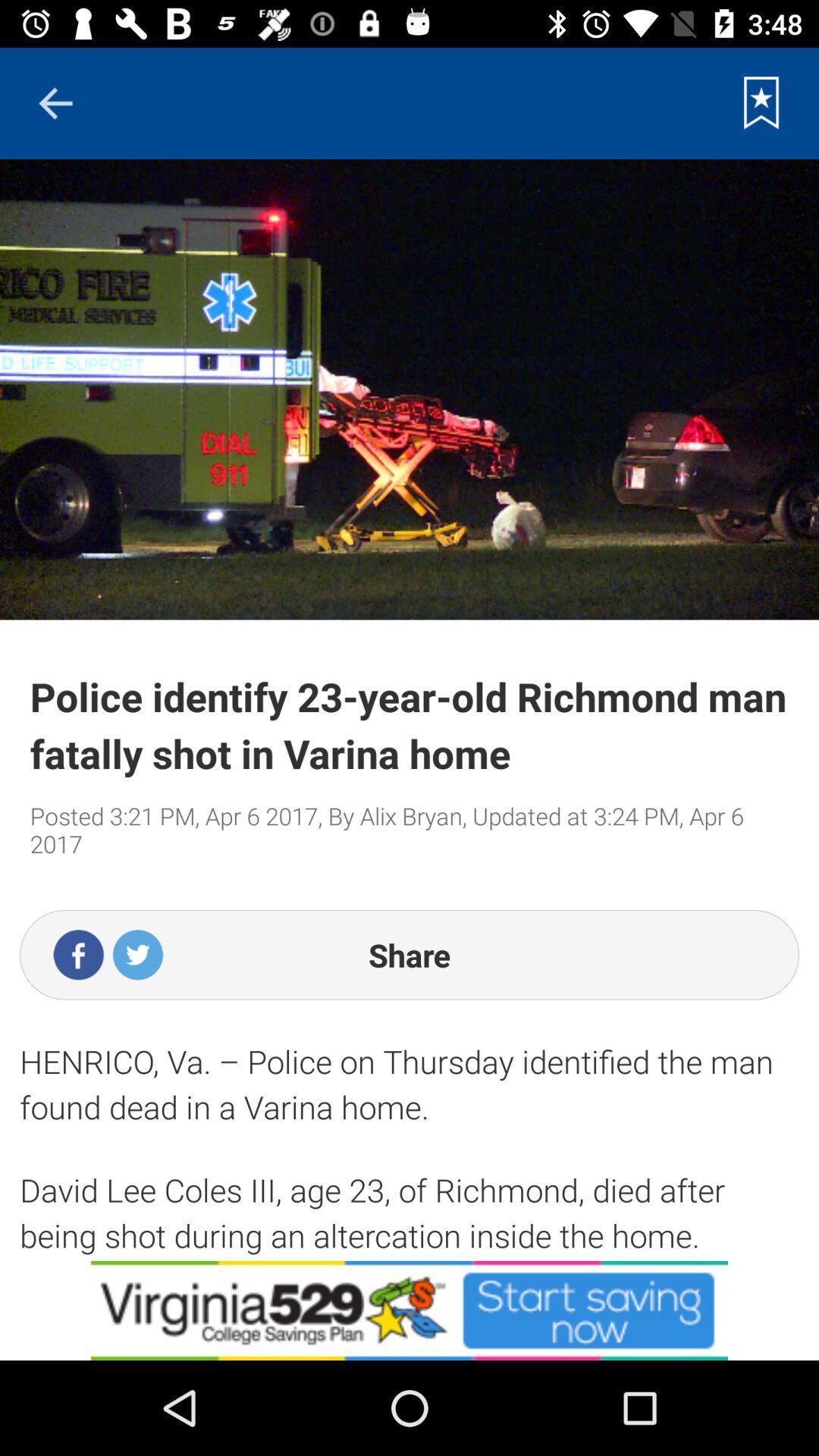  Describe the element at coordinates (55, 102) in the screenshot. I see `previous button` at that location.